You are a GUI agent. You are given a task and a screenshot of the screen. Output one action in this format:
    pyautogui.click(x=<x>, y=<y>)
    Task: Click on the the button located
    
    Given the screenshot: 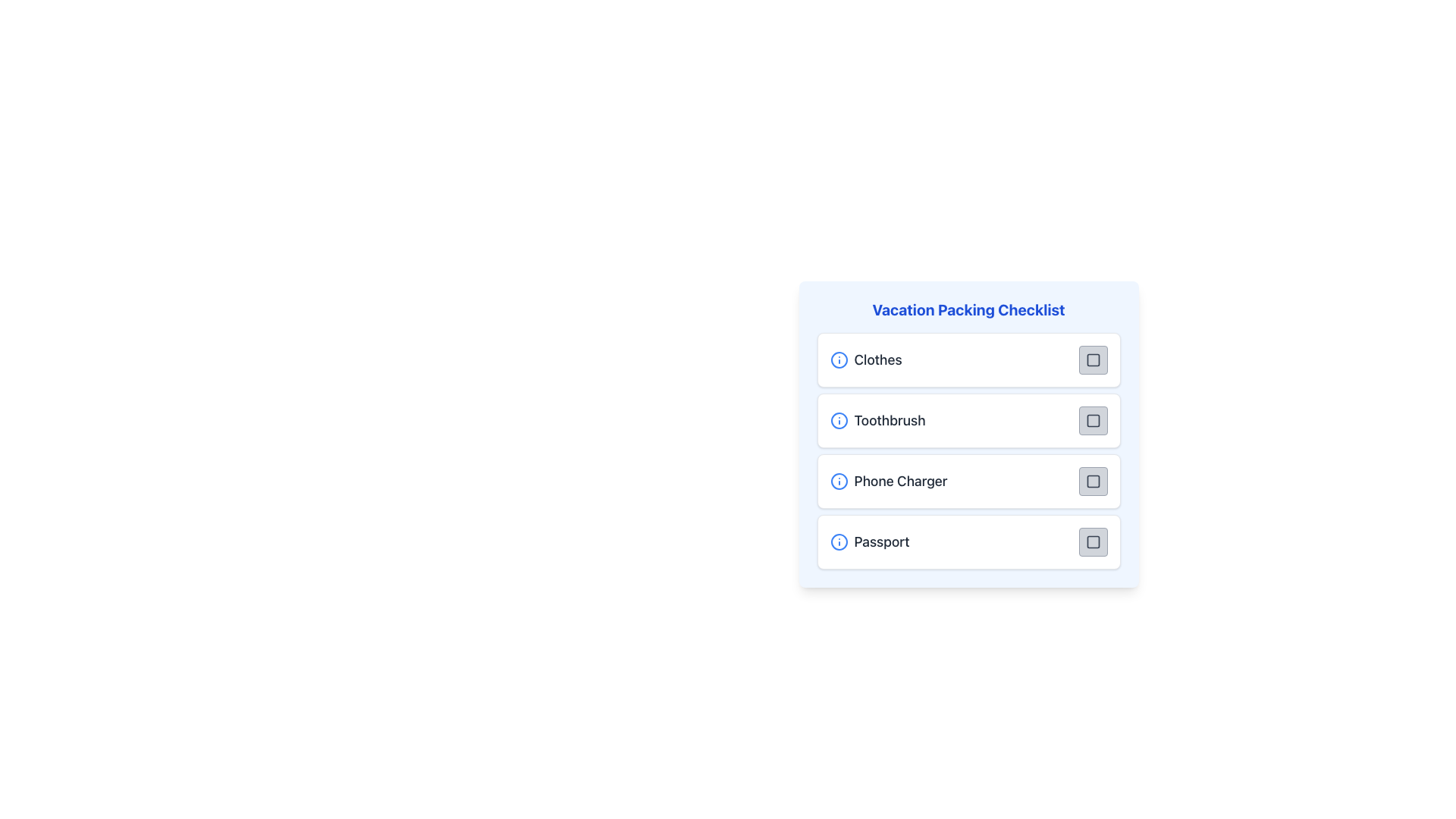 What is the action you would take?
    pyautogui.click(x=1093, y=421)
    